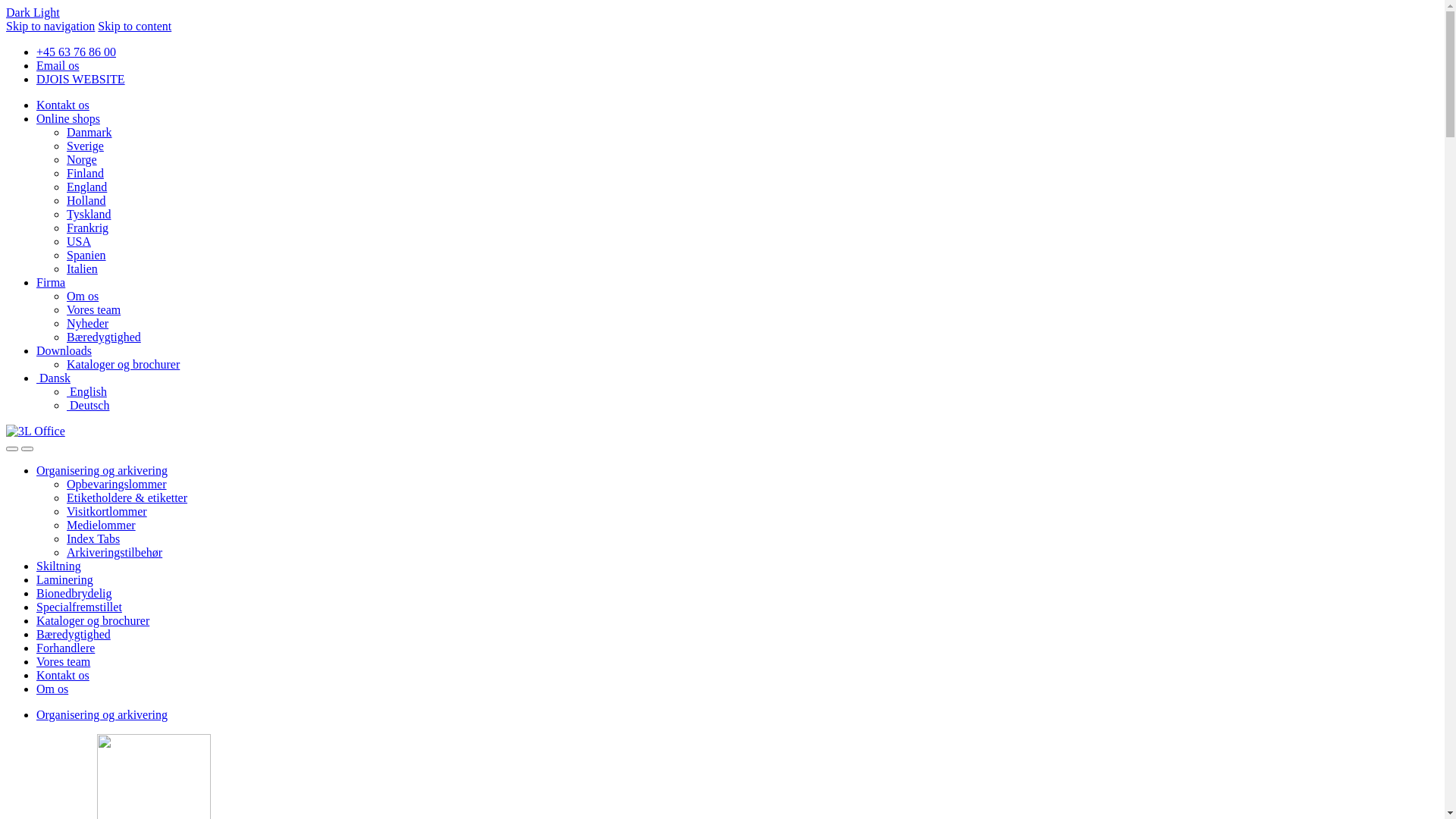 Image resolution: width=1456 pixels, height=819 pixels. What do you see at coordinates (36, 79) in the screenshot?
I see `'DJOIS WEBSITE'` at bounding box center [36, 79].